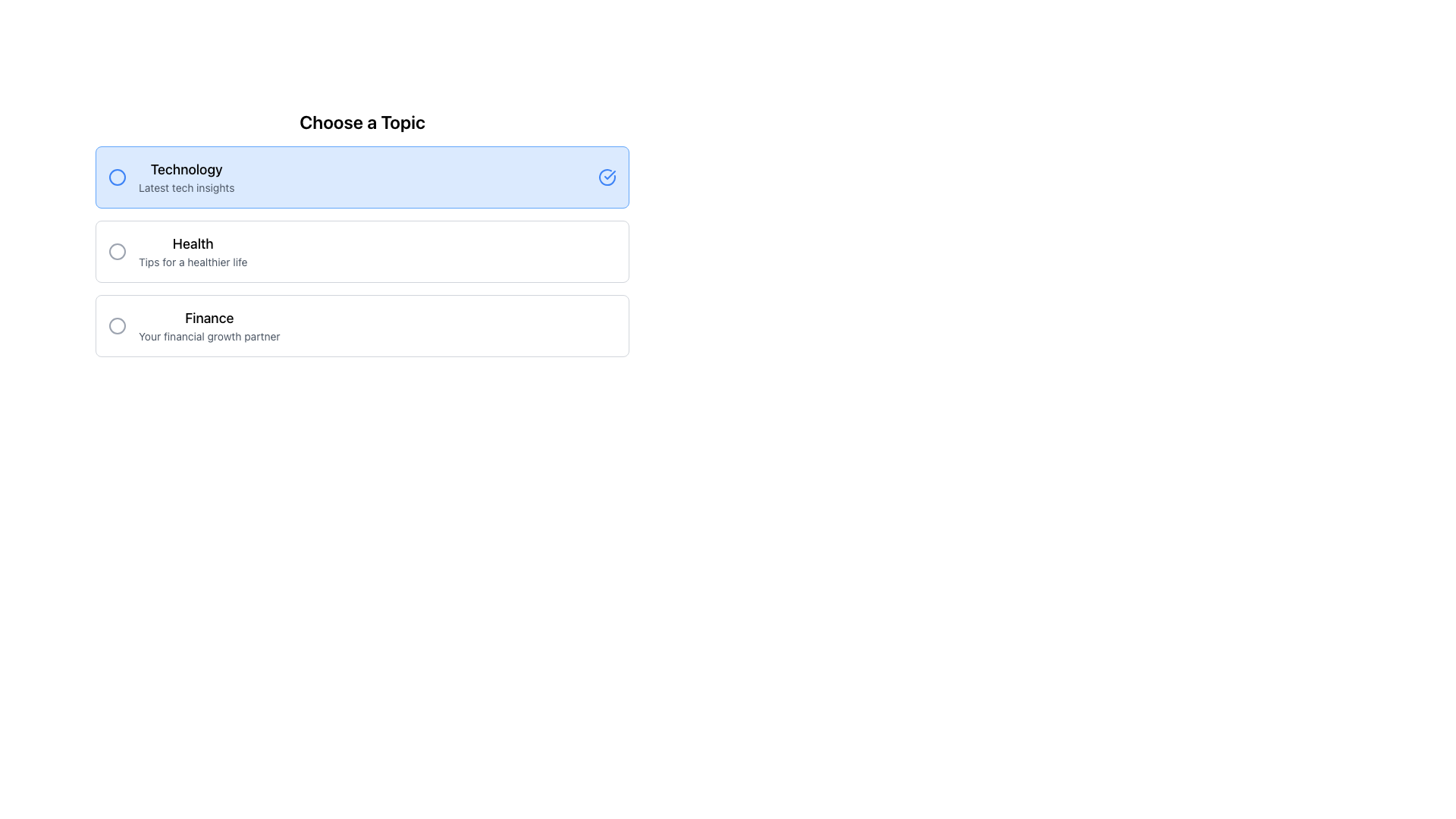 The width and height of the screenshot is (1456, 819). What do you see at coordinates (116, 325) in the screenshot?
I see `the circular SVG graphic representing an unselected radio button located to the left of the 'Finance' option in the selection menu, which is the third option under the 'Choose a Topic' group` at bounding box center [116, 325].